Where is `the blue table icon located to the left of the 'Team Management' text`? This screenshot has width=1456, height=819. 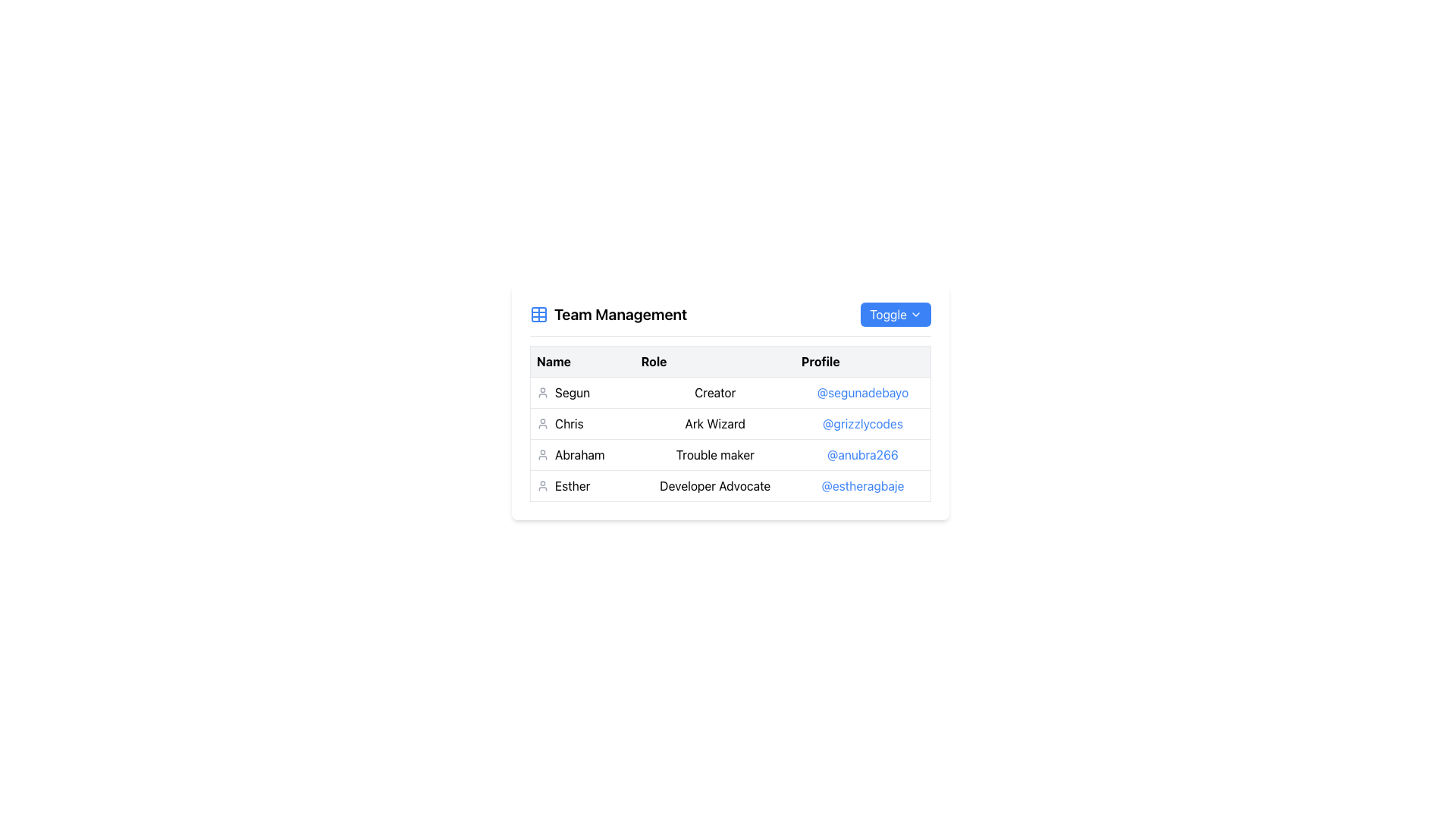 the blue table icon located to the left of the 'Team Management' text is located at coordinates (538, 314).